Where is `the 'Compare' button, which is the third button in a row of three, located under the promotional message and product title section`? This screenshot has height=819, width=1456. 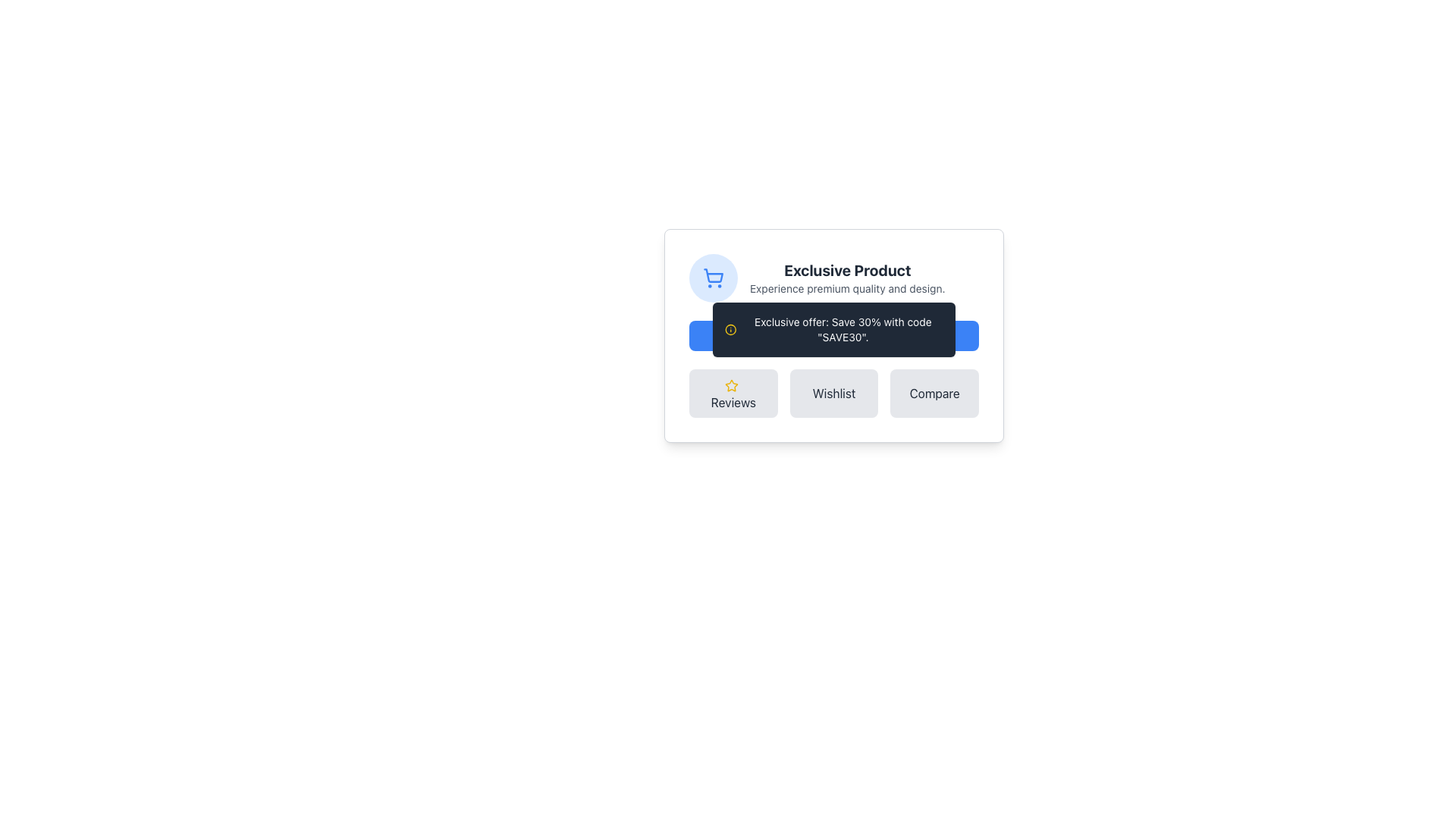 the 'Compare' button, which is the third button in a row of three, located under the promotional message and product title section is located at coordinates (934, 393).